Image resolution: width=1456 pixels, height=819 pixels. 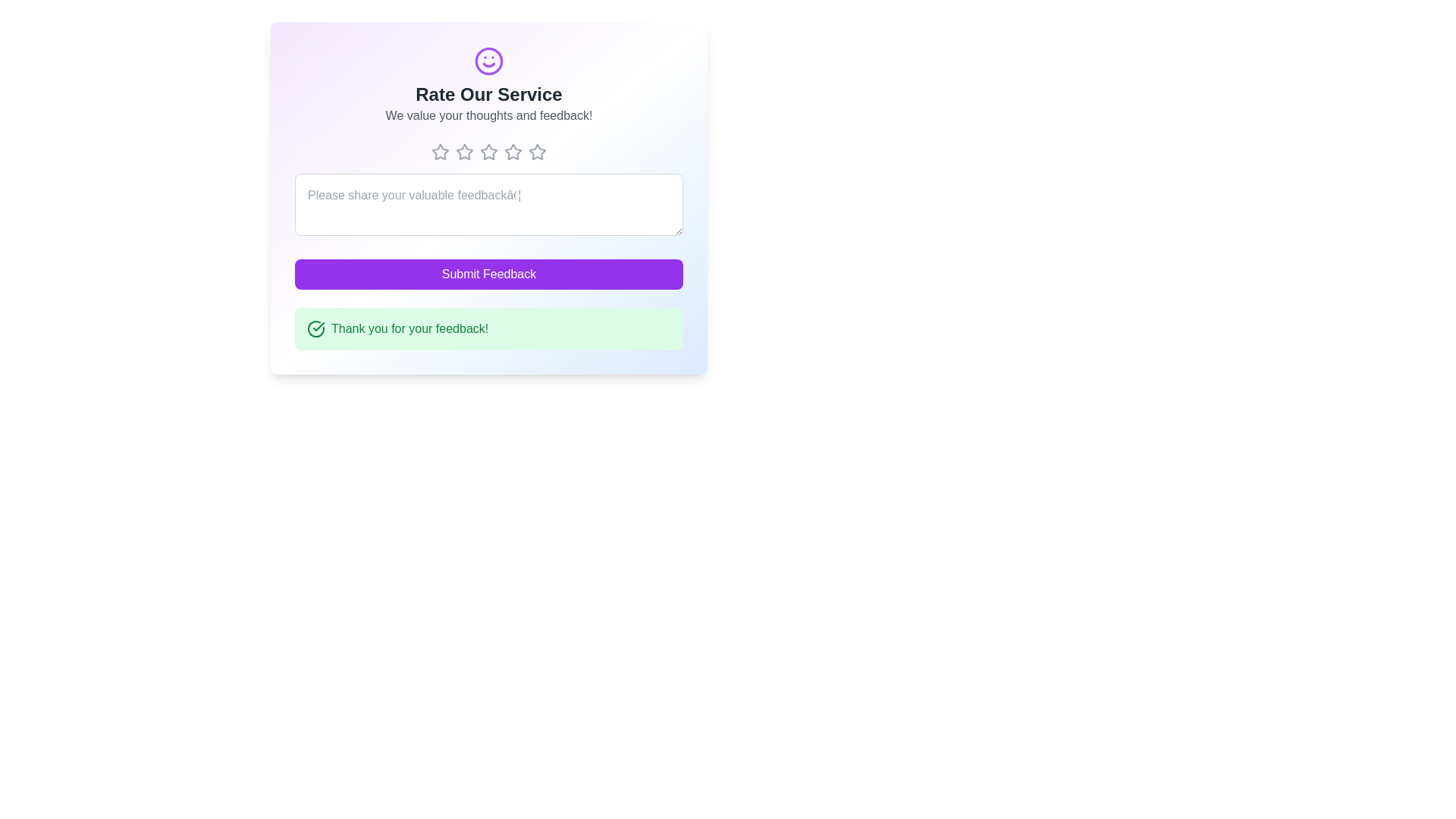 What do you see at coordinates (488, 328) in the screenshot?
I see `the confirmation message displayed in the Alert/Notification Box located at the center-bottom of the user interface, below the 'Submit Feedback' button` at bounding box center [488, 328].